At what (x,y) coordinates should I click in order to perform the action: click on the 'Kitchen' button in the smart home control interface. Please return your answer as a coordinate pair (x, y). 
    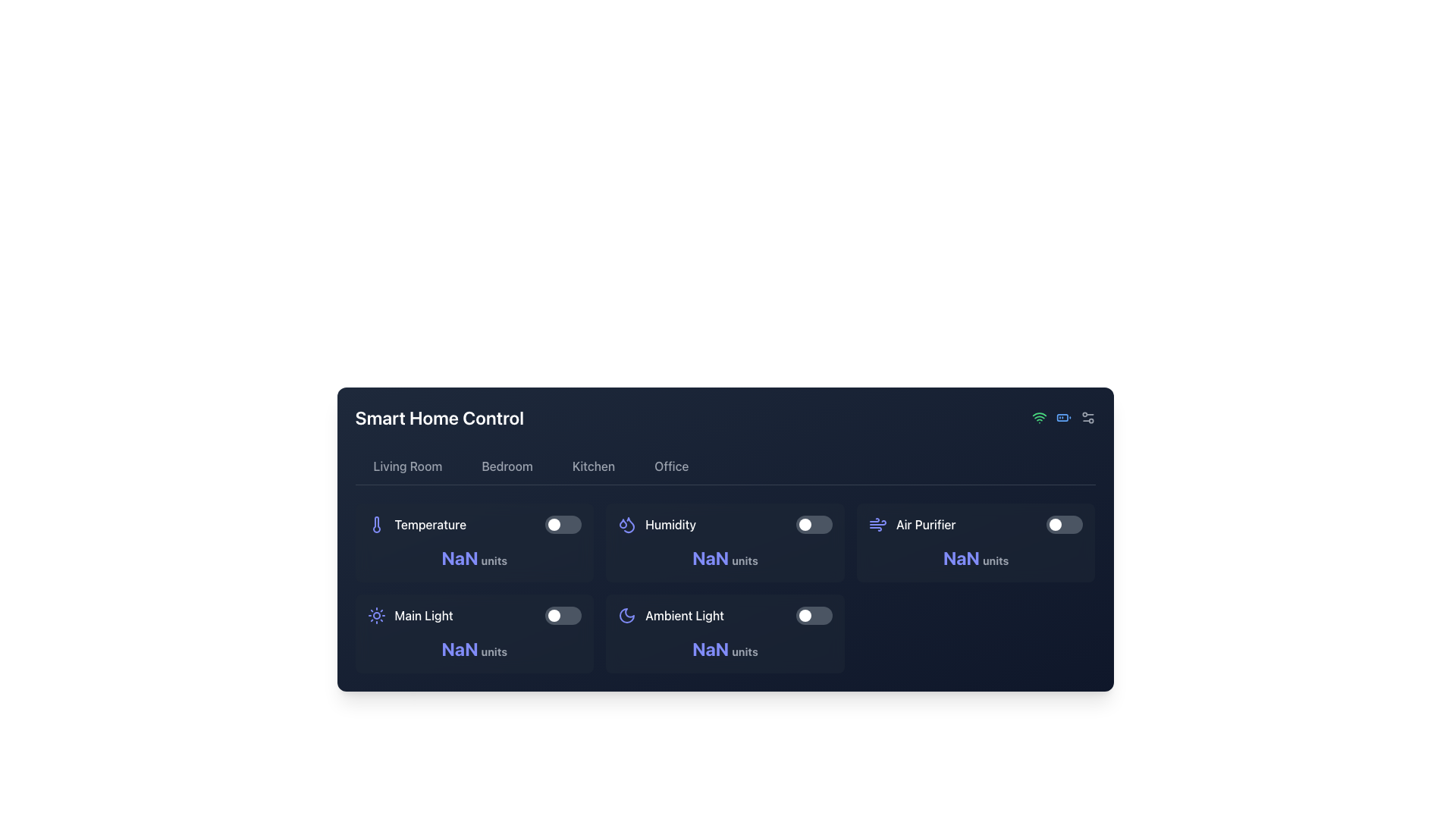
    Looking at the image, I should click on (592, 465).